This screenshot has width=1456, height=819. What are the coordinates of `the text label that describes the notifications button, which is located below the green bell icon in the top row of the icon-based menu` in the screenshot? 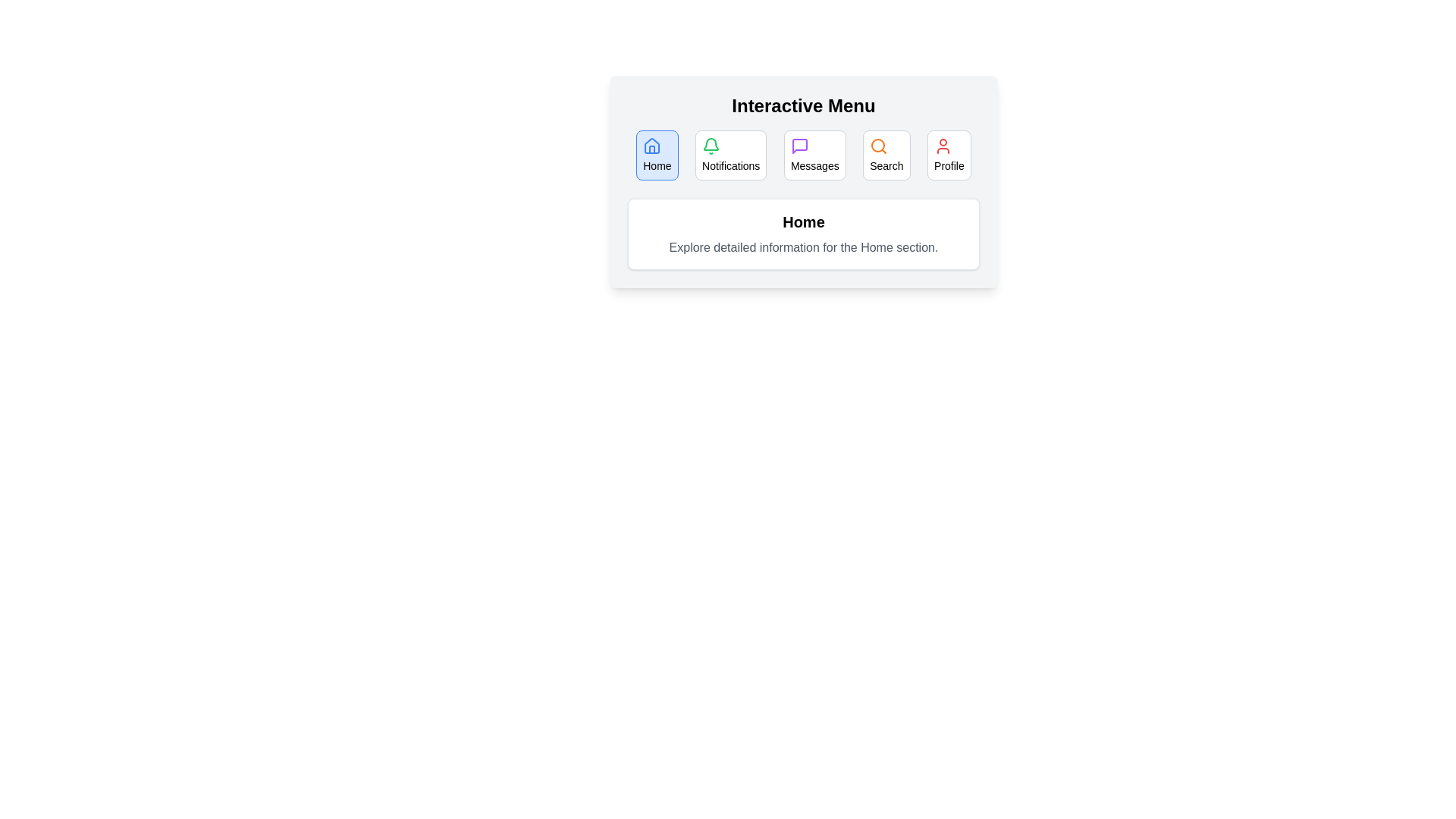 It's located at (731, 166).